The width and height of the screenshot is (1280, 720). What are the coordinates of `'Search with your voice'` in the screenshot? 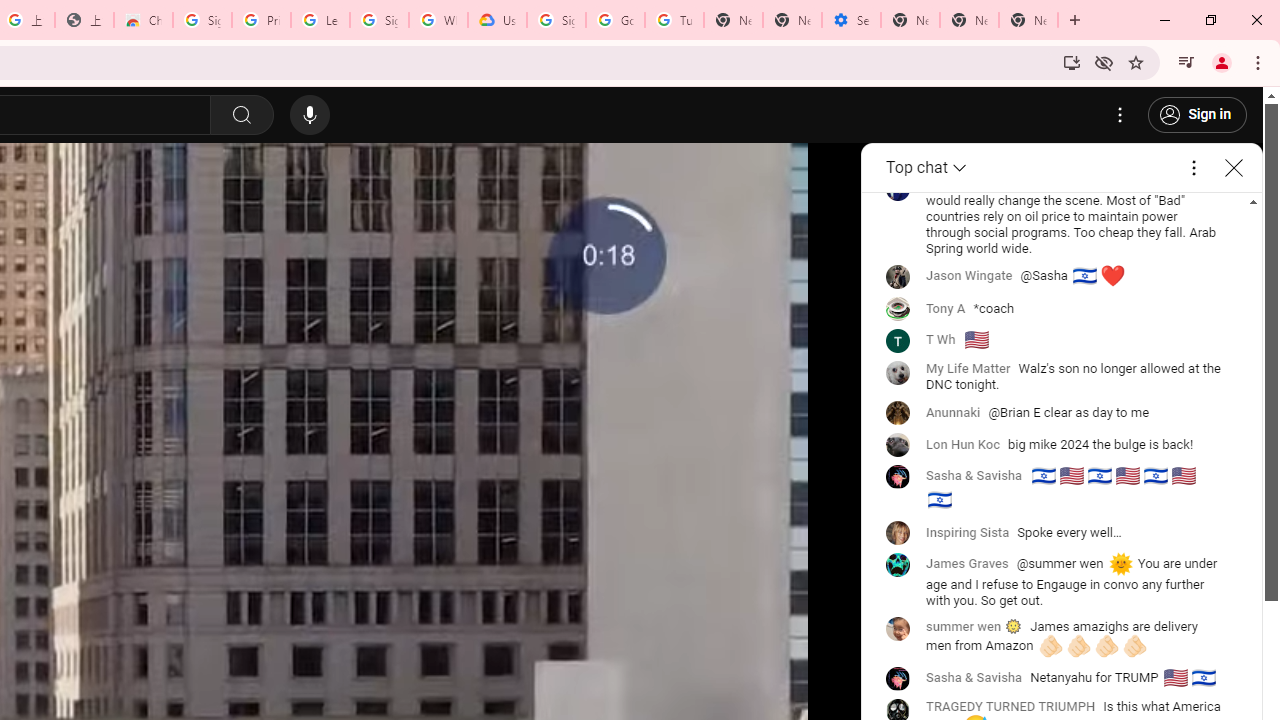 It's located at (308, 115).